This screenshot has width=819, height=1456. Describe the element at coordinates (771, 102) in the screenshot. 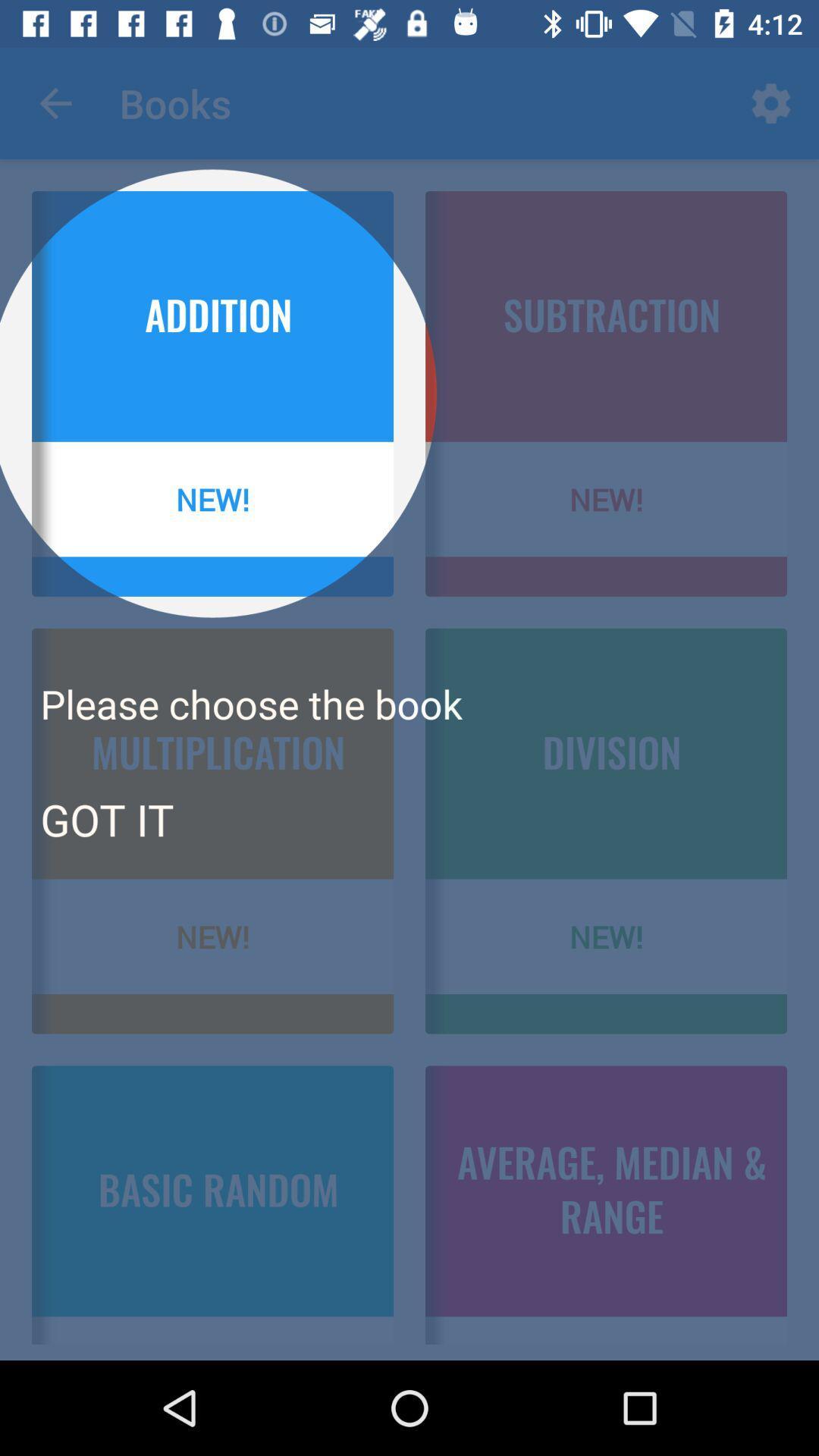

I see `the icon to the right of the books app` at that location.